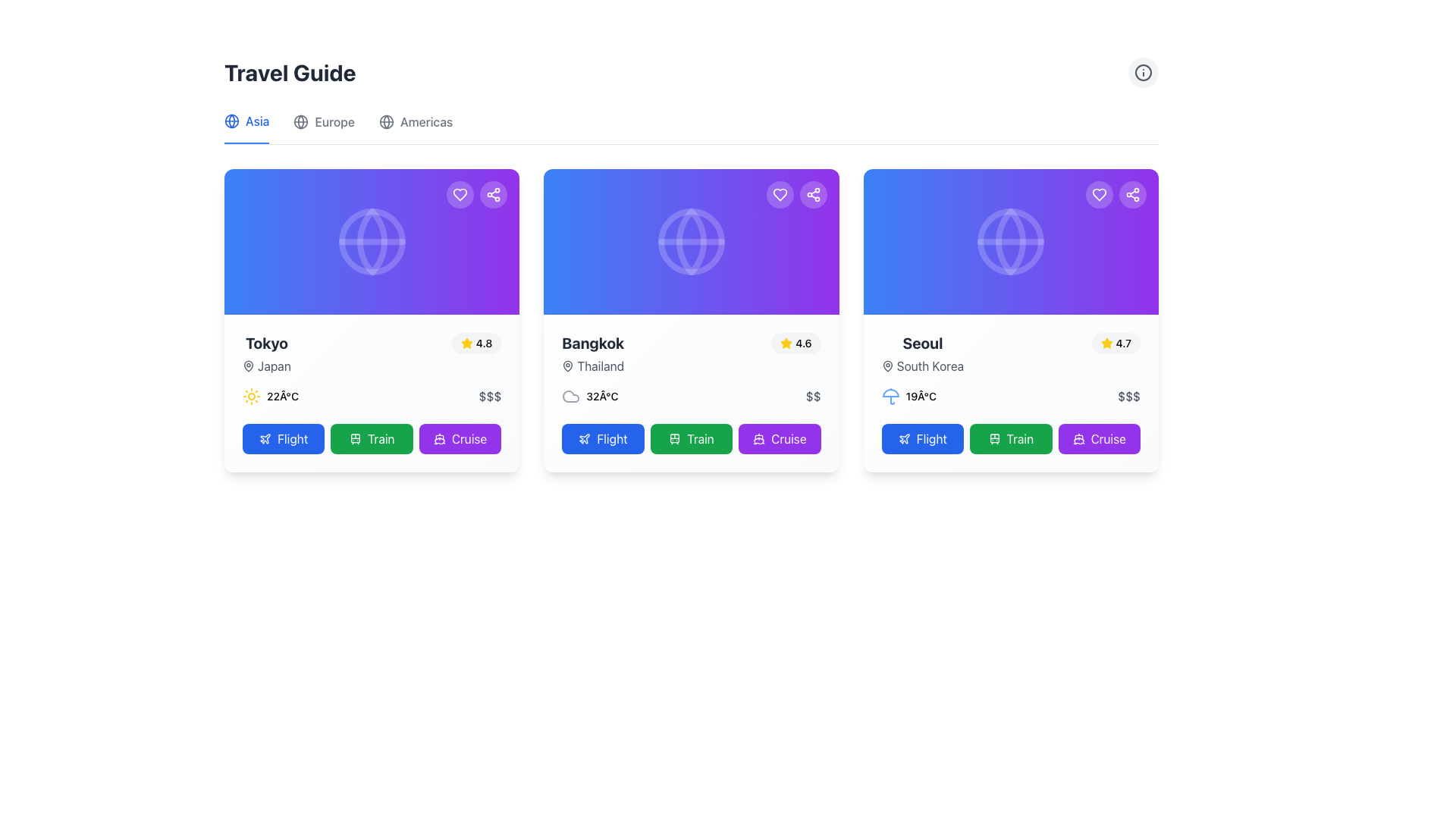  Describe the element at coordinates (460, 438) in the screenshot. I see `the 'Cruise' button, which has a purple background with white text and a ship icon, located at the bottom of the card labeled 'Tokyo'` at that location.